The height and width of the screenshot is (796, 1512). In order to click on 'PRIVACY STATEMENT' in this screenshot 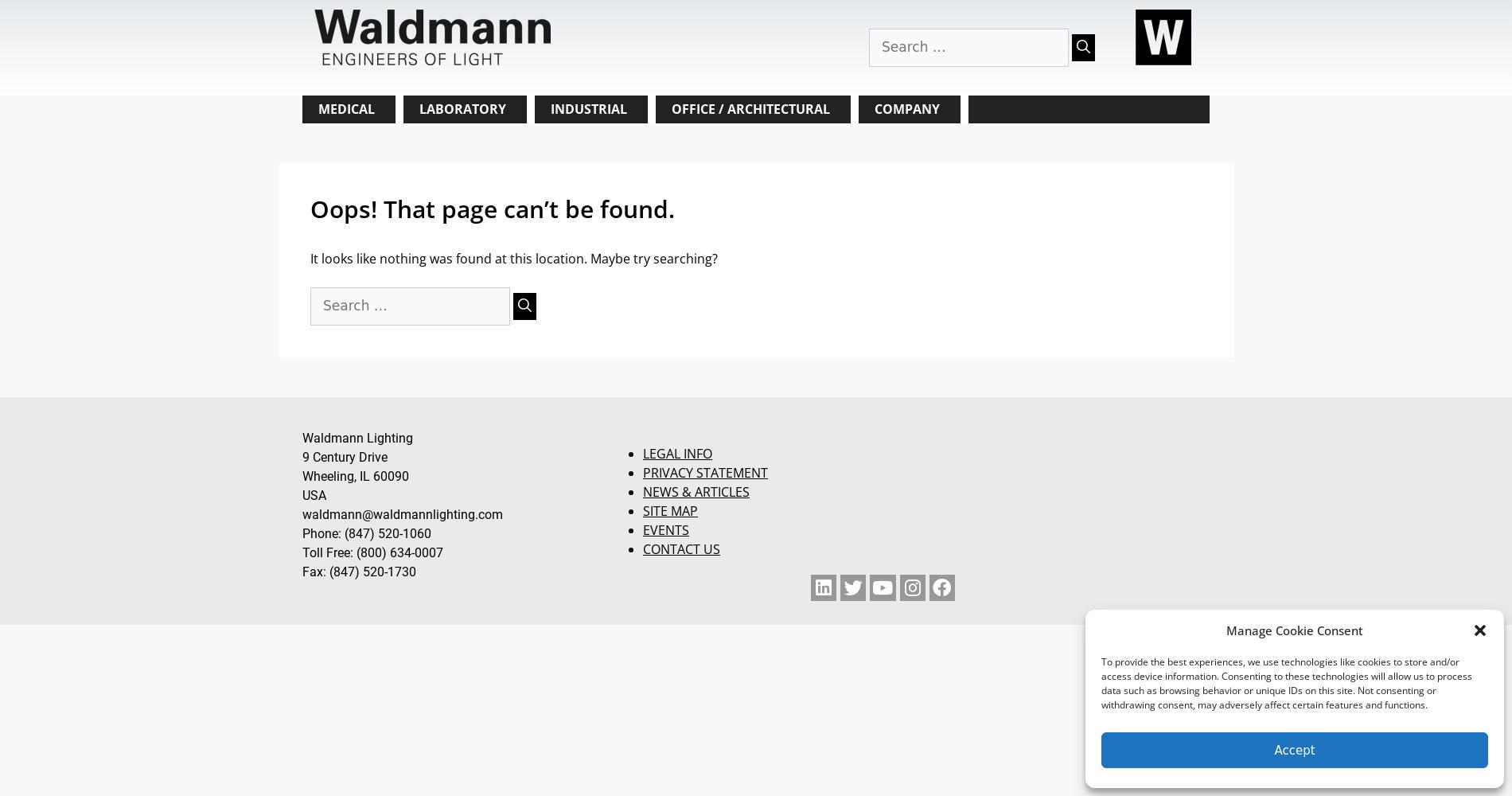, I will do `click(703, 471)`.